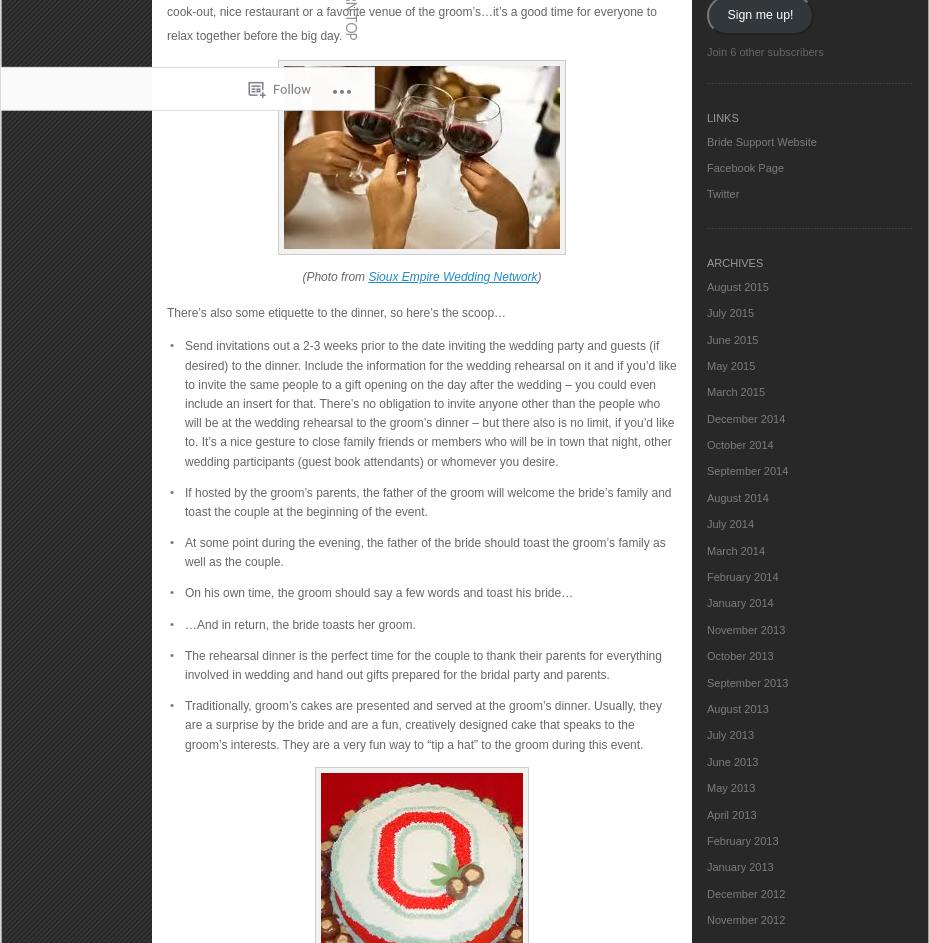 Image resolution: width=930 pixels, height=943 pixels. Describe the element at coordinates (427, 500) in the screenshot. I see `'If hosted by the groom’s parents, the father of the groom will welcome the bride’s family and toast the couple at the beginning of the event.'` at that location.